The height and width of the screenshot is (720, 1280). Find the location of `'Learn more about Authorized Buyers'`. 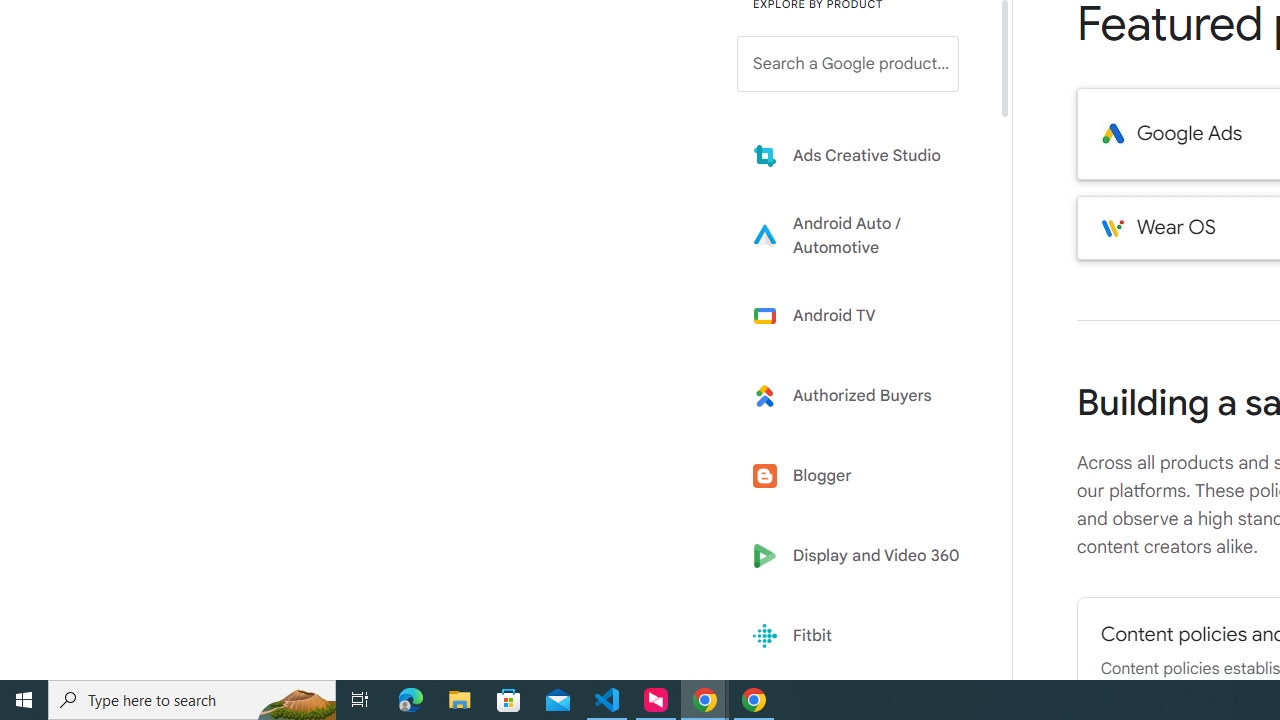

'Learn more about Authorized Buyers' is located at coordinates (862, 396).